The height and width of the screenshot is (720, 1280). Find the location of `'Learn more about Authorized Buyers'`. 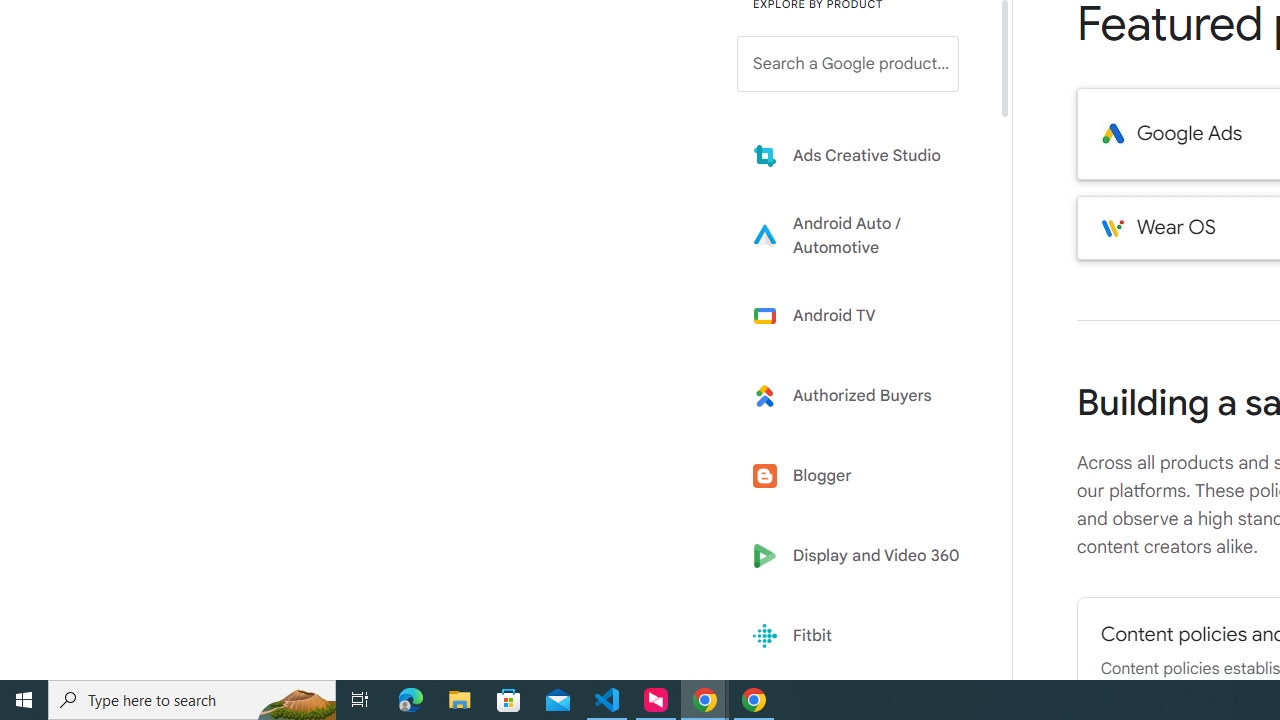

'Learn more about Authorized Buyers' is located at coordinates (862, 396).